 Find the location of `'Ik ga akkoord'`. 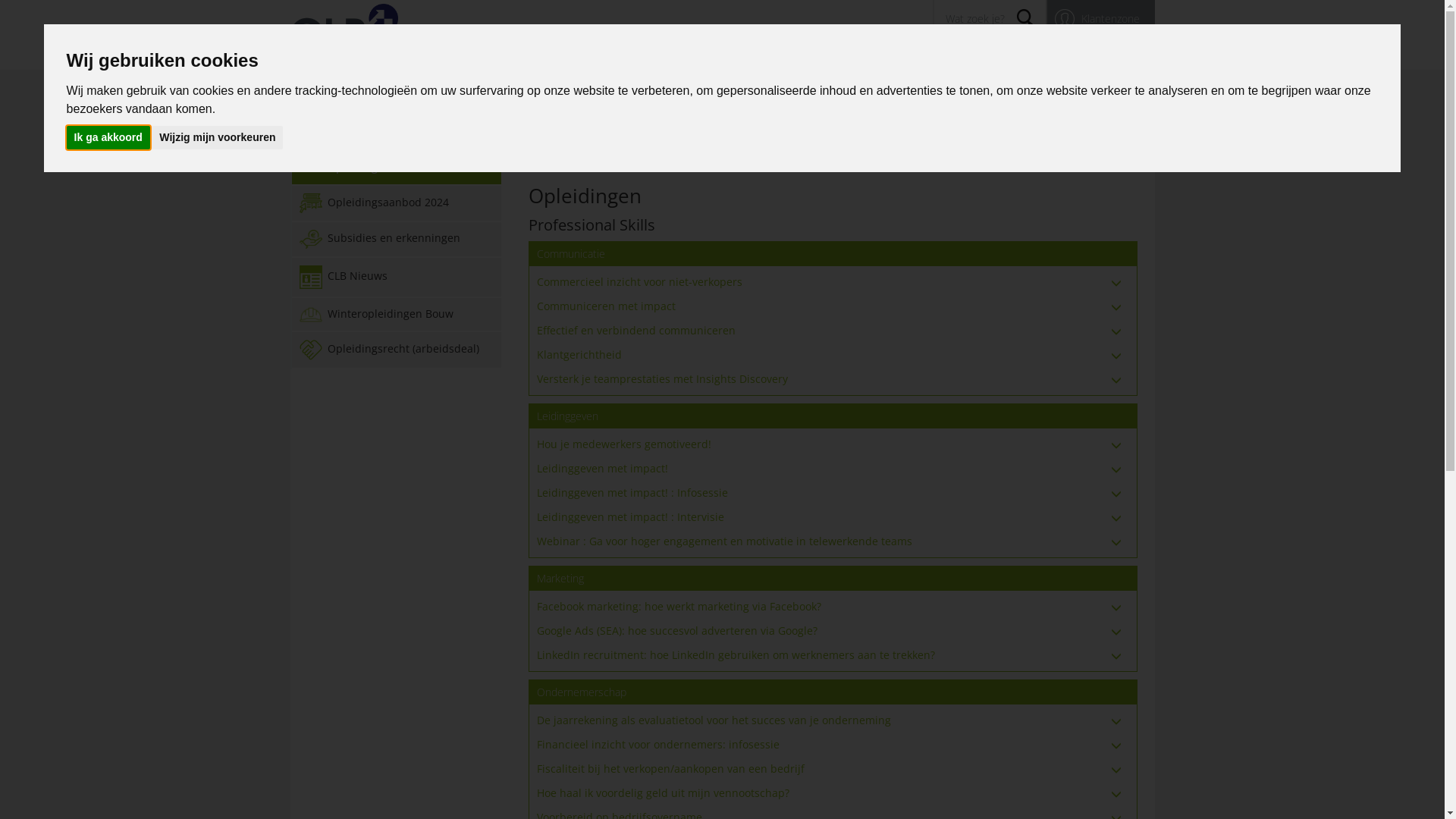

'Ik ga akkoord' is located at coordinates (65, 137).